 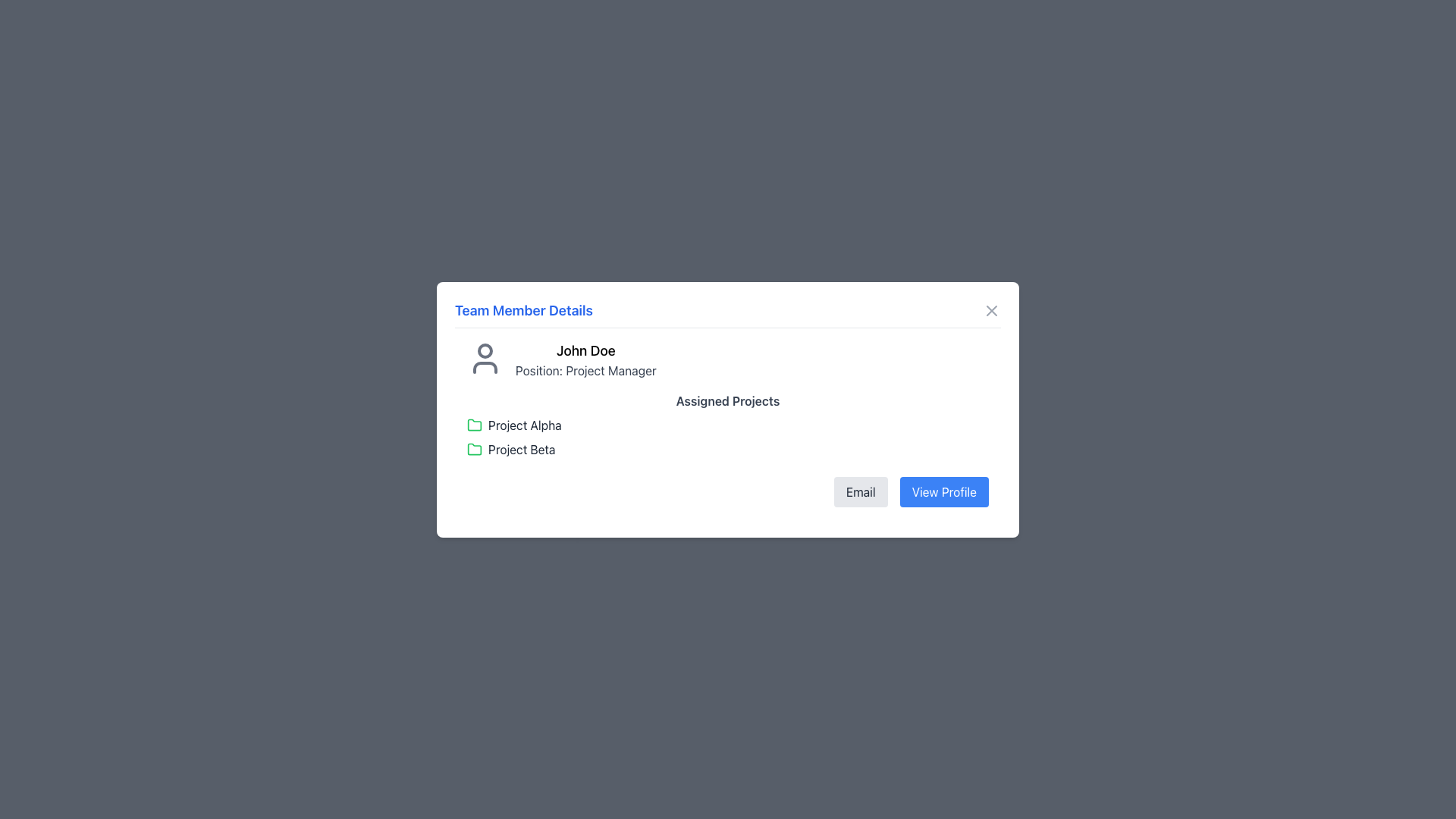 I want to click on the green folder icon representing 'Project Alpha', so click(x=473, y=424).